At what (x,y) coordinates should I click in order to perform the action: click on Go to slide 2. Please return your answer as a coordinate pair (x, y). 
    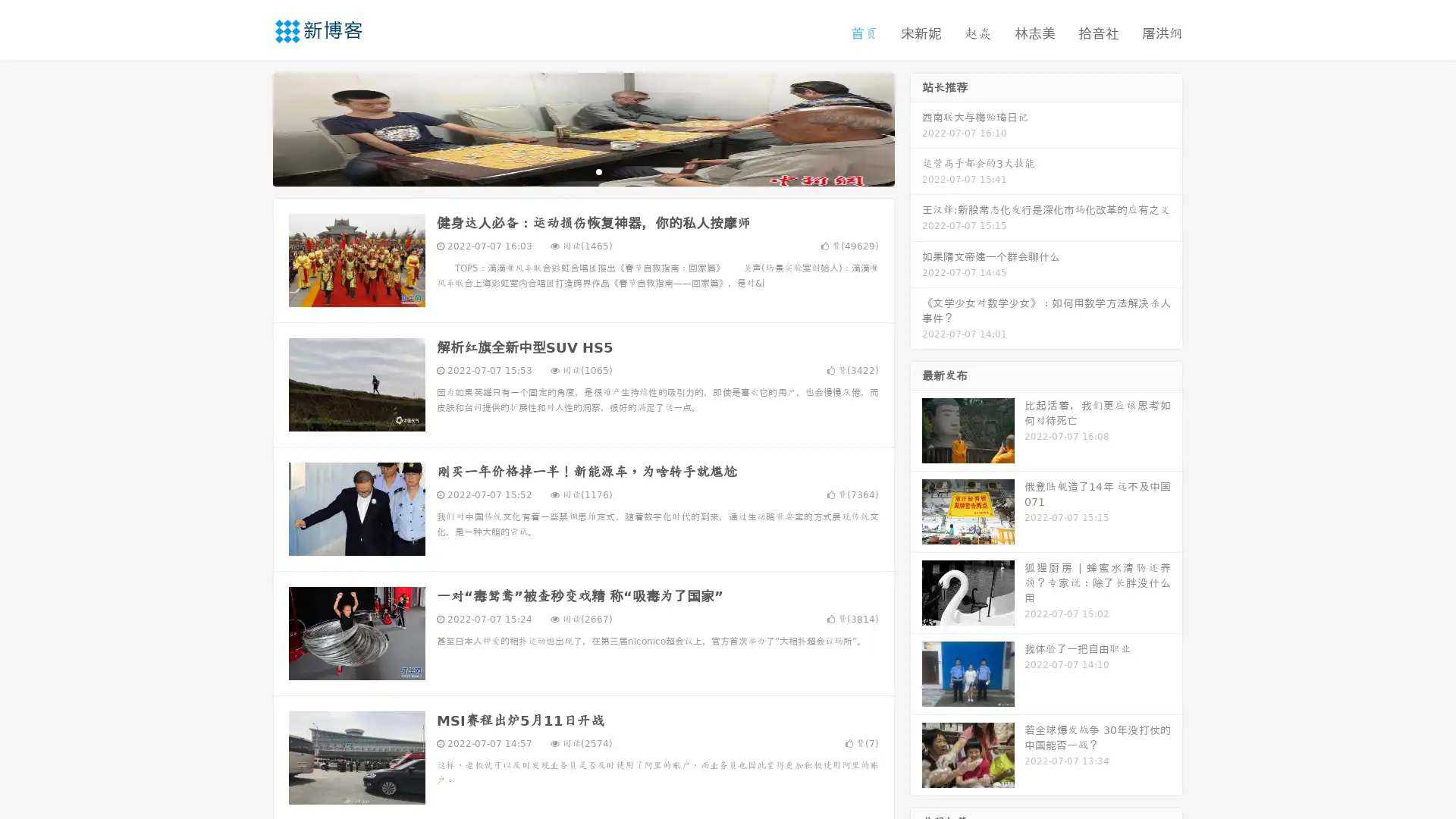
    Looking at the image, I should click on (582, 171).